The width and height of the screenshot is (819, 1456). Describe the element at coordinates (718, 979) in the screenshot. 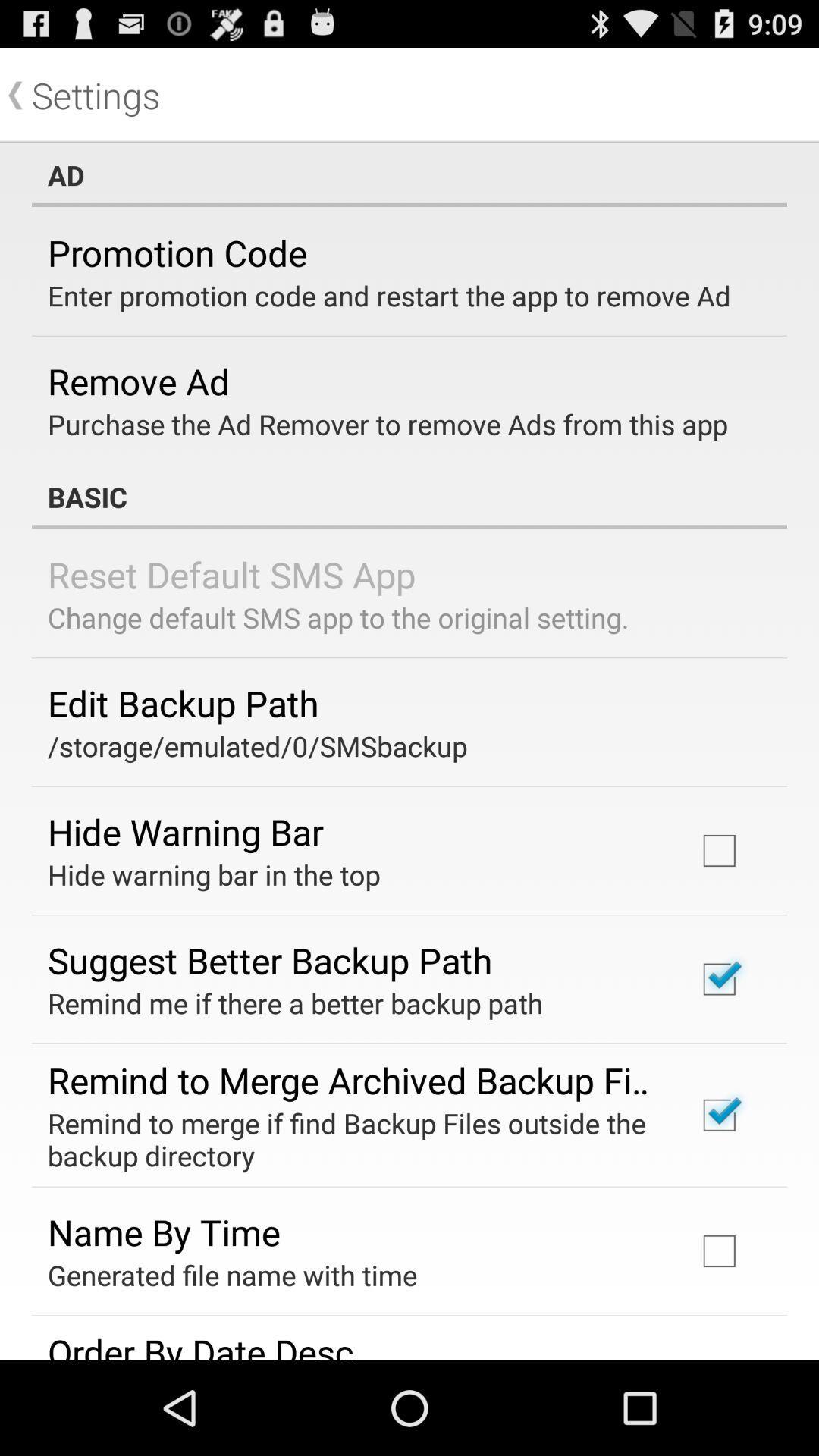

I see `the second checkbox from the top of the page` at that location.